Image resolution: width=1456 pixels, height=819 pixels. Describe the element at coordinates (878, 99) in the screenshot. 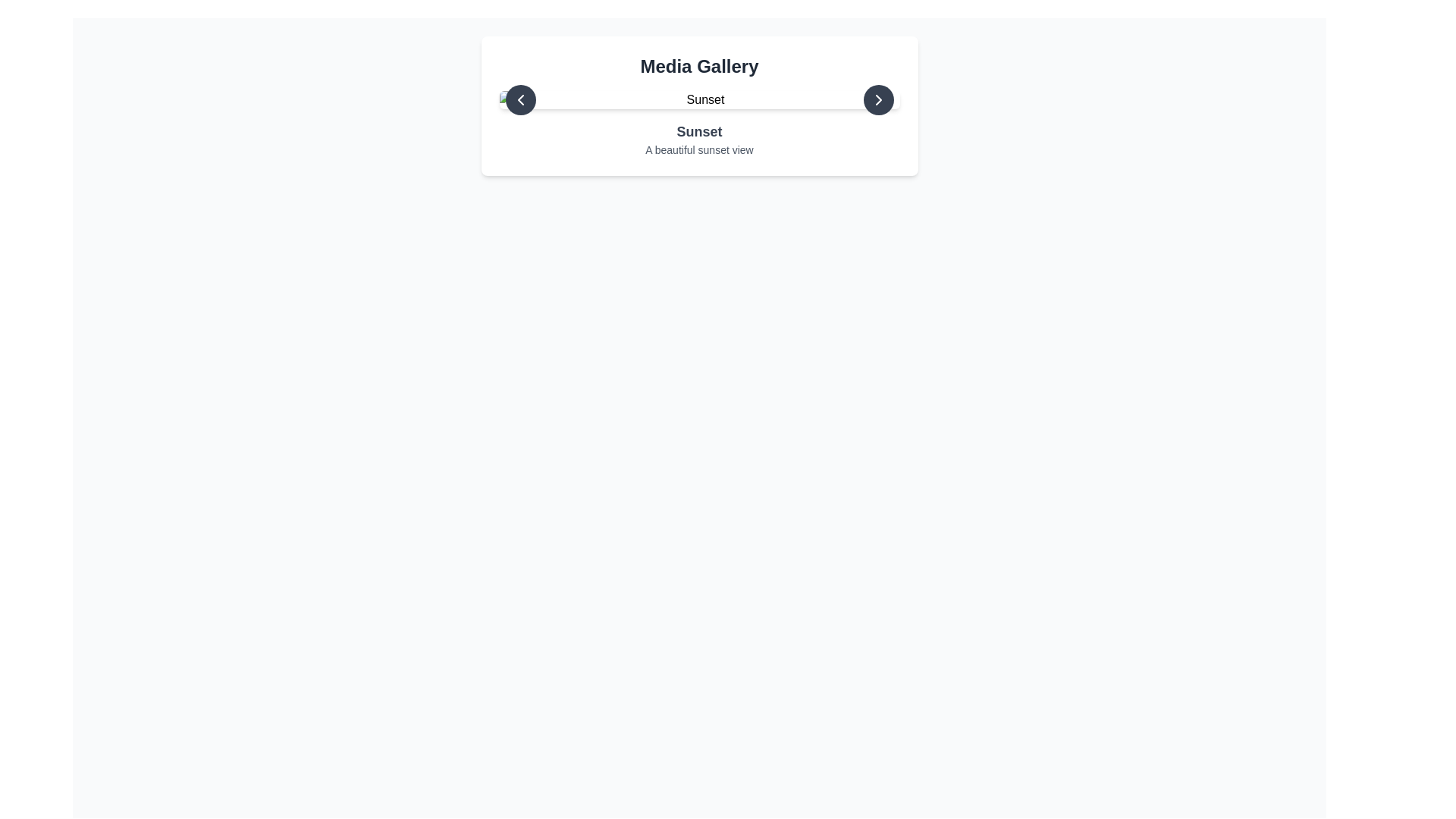

I see `the circular button with a dark-gray background and a white chevron icon pointing to the right` at that location.